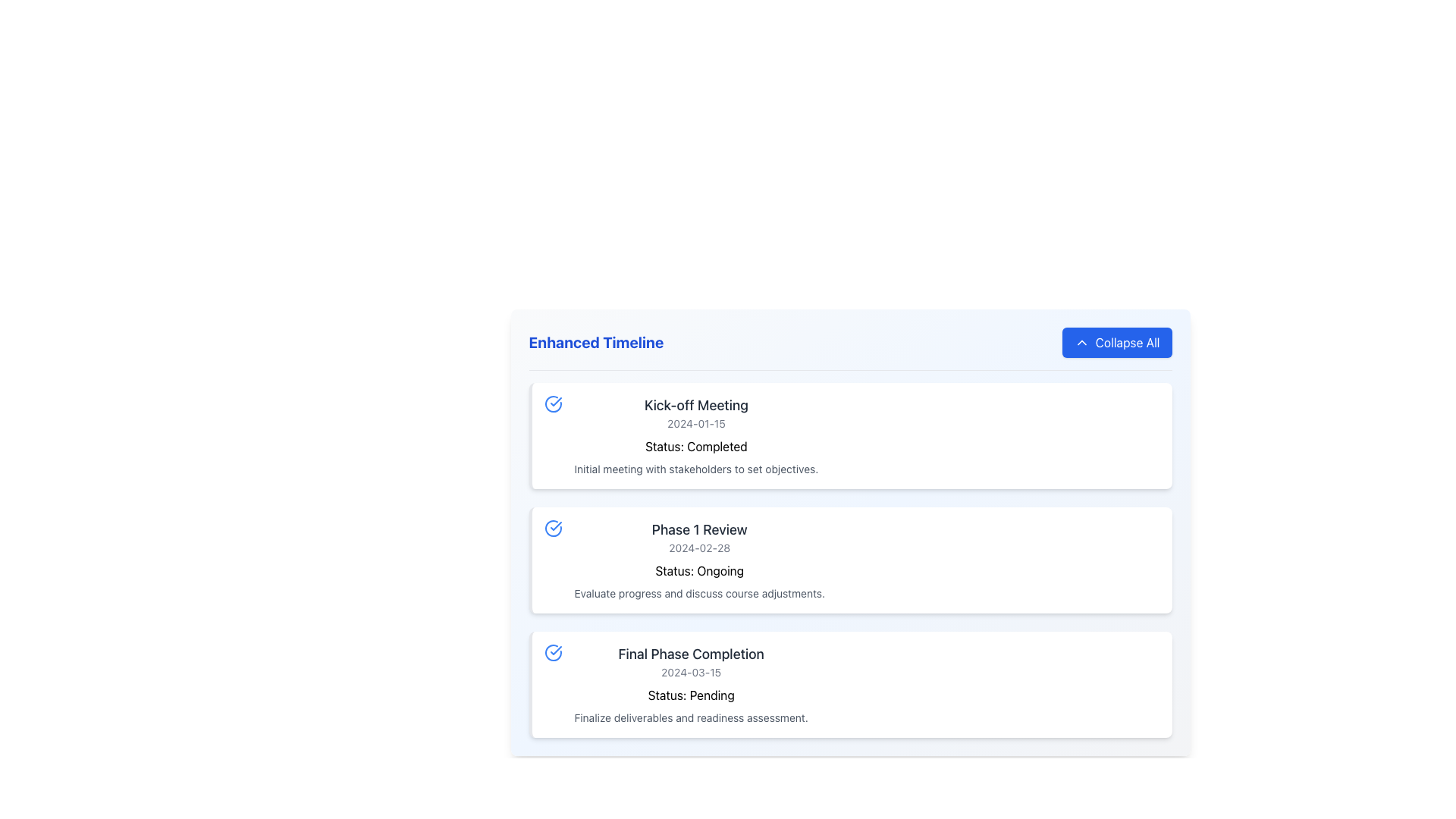 This screenshot has height=819, width=1456. What do you see at coordinates (555, 649) in the screenshot?
I see `the blue checkmark icon indicating the completion status of 'Phase 1 Review' located at the top left corner of the timeline display` at bounding box center [555, 649].